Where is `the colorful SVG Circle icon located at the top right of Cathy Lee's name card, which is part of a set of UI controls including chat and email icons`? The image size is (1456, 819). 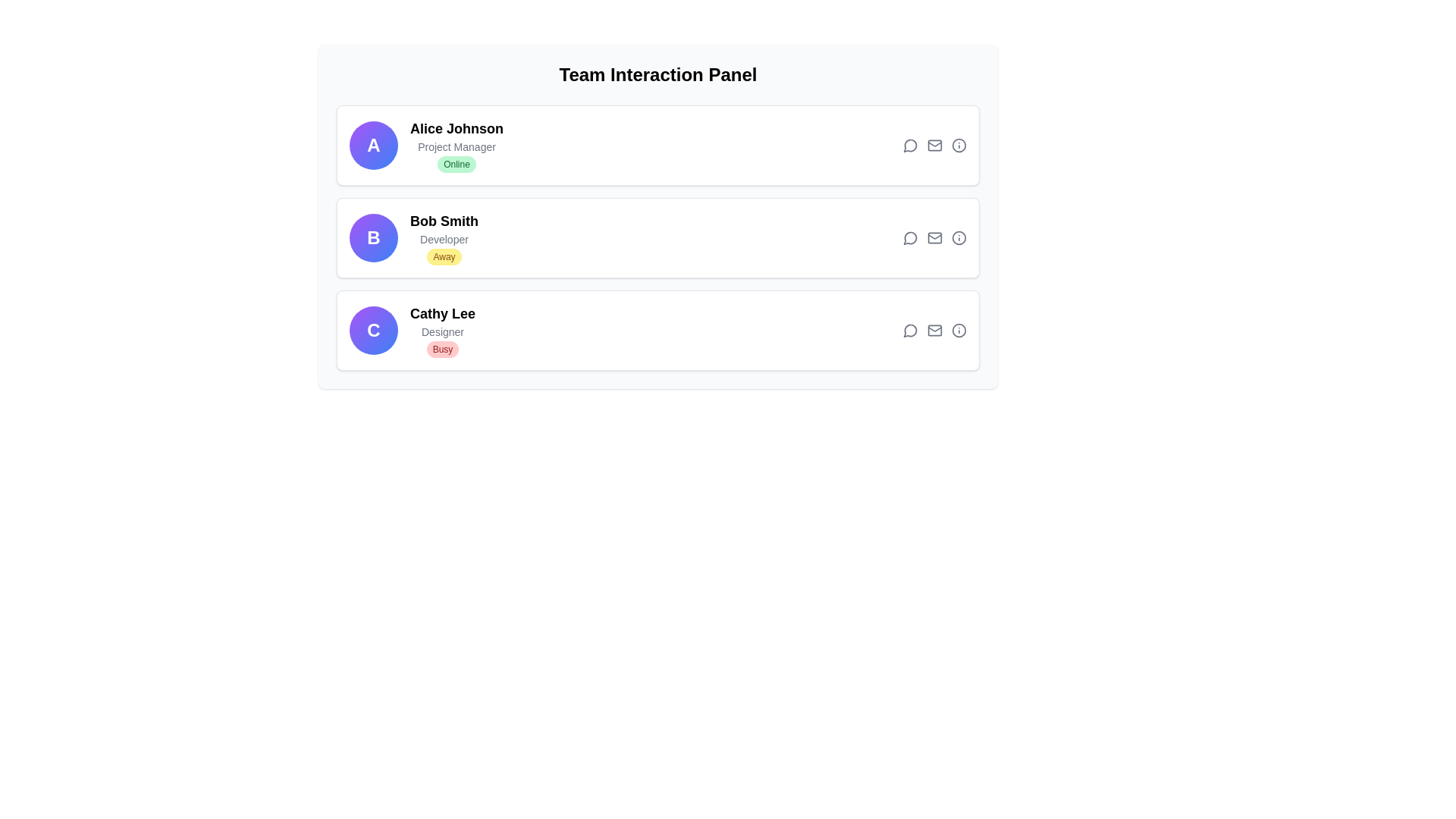
the colorful SVG Circle icon located at the top right of Cathy Lee's name card, which is part of a set of UI controls including chat and email icons is located at coordinates (959, 329).